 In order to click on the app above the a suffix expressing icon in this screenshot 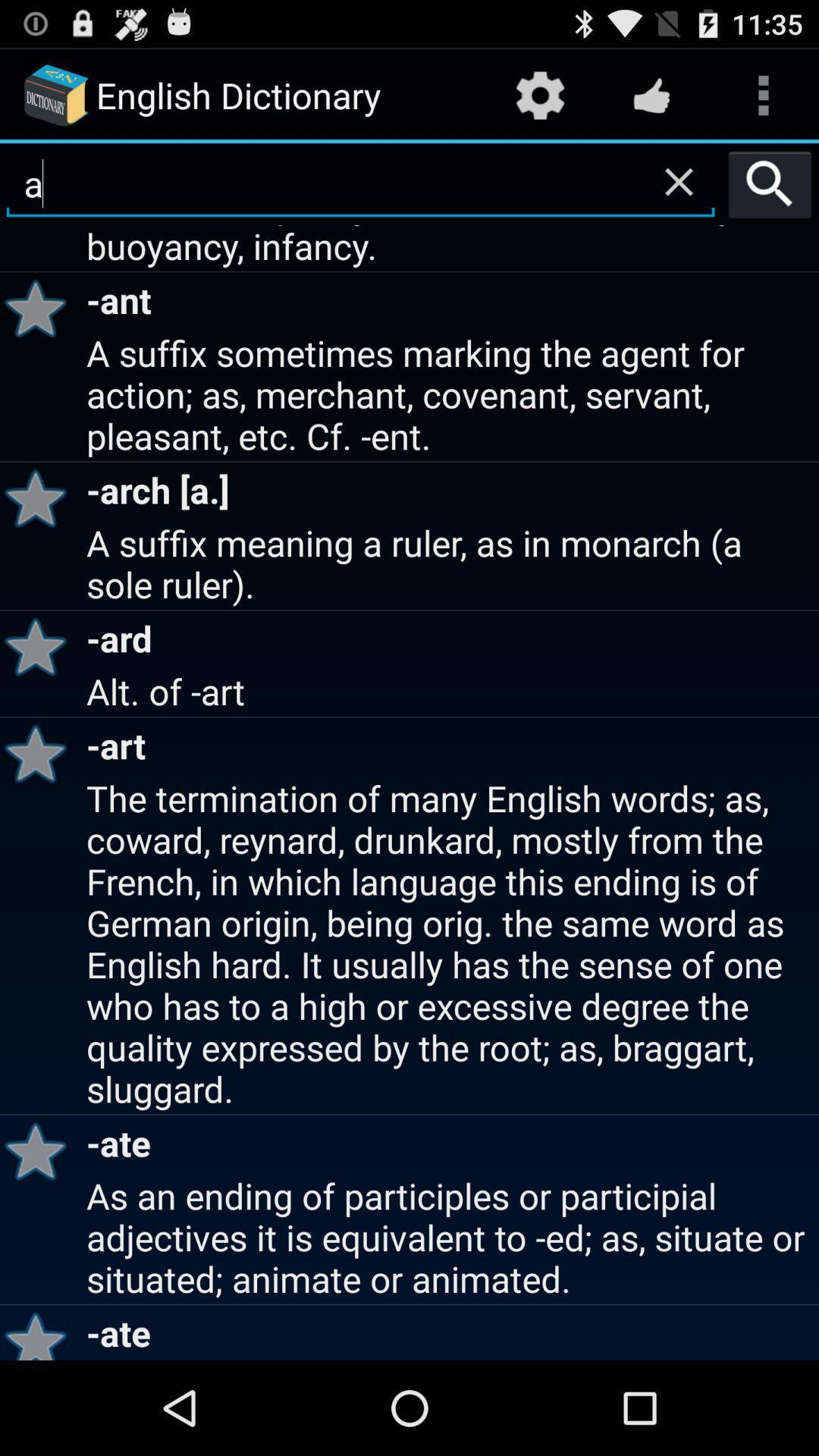, I will do `click(678, 182)`.